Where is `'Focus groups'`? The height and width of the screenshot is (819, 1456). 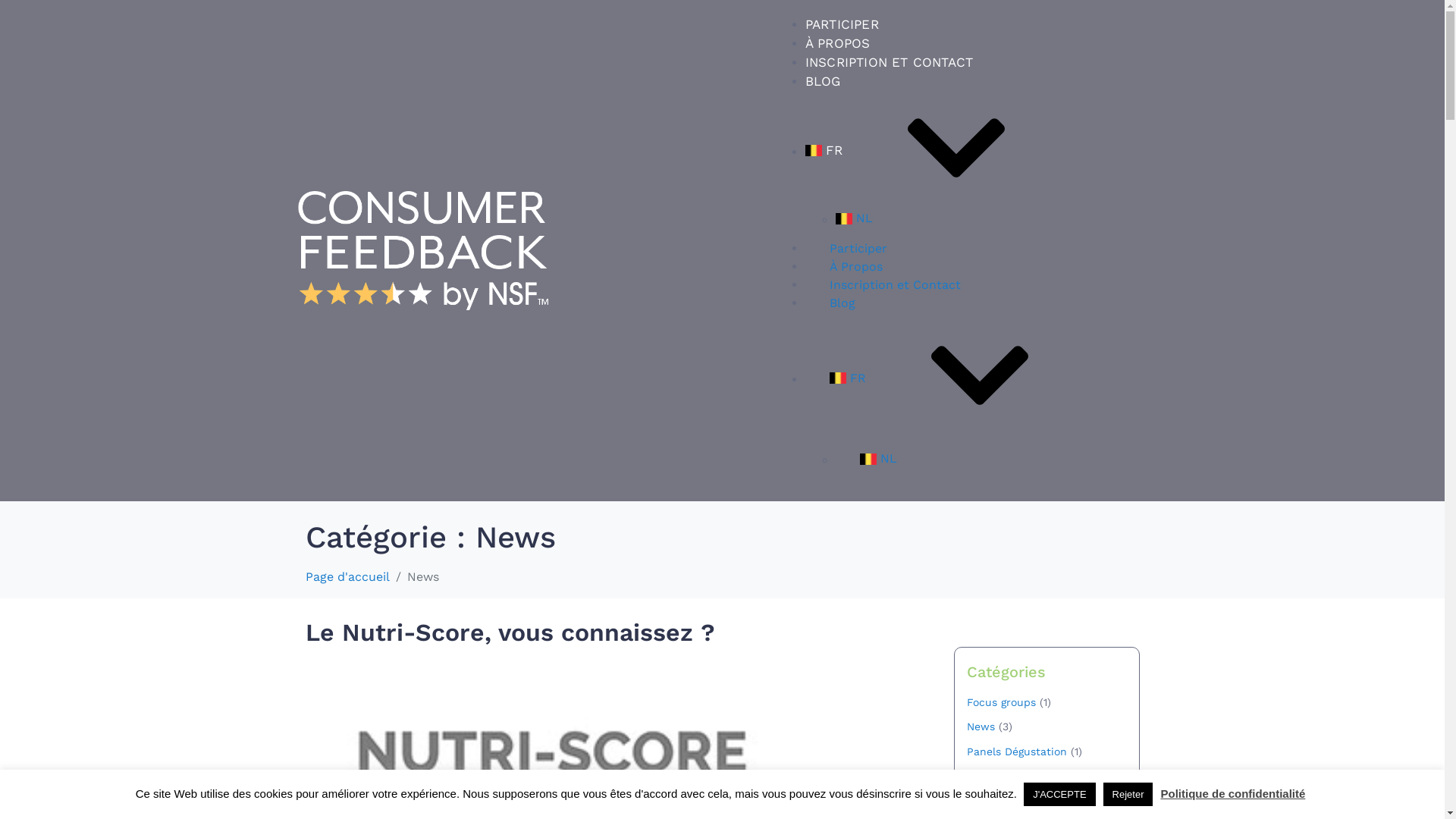
'Focus groups' is located at coordinates (965, 701).